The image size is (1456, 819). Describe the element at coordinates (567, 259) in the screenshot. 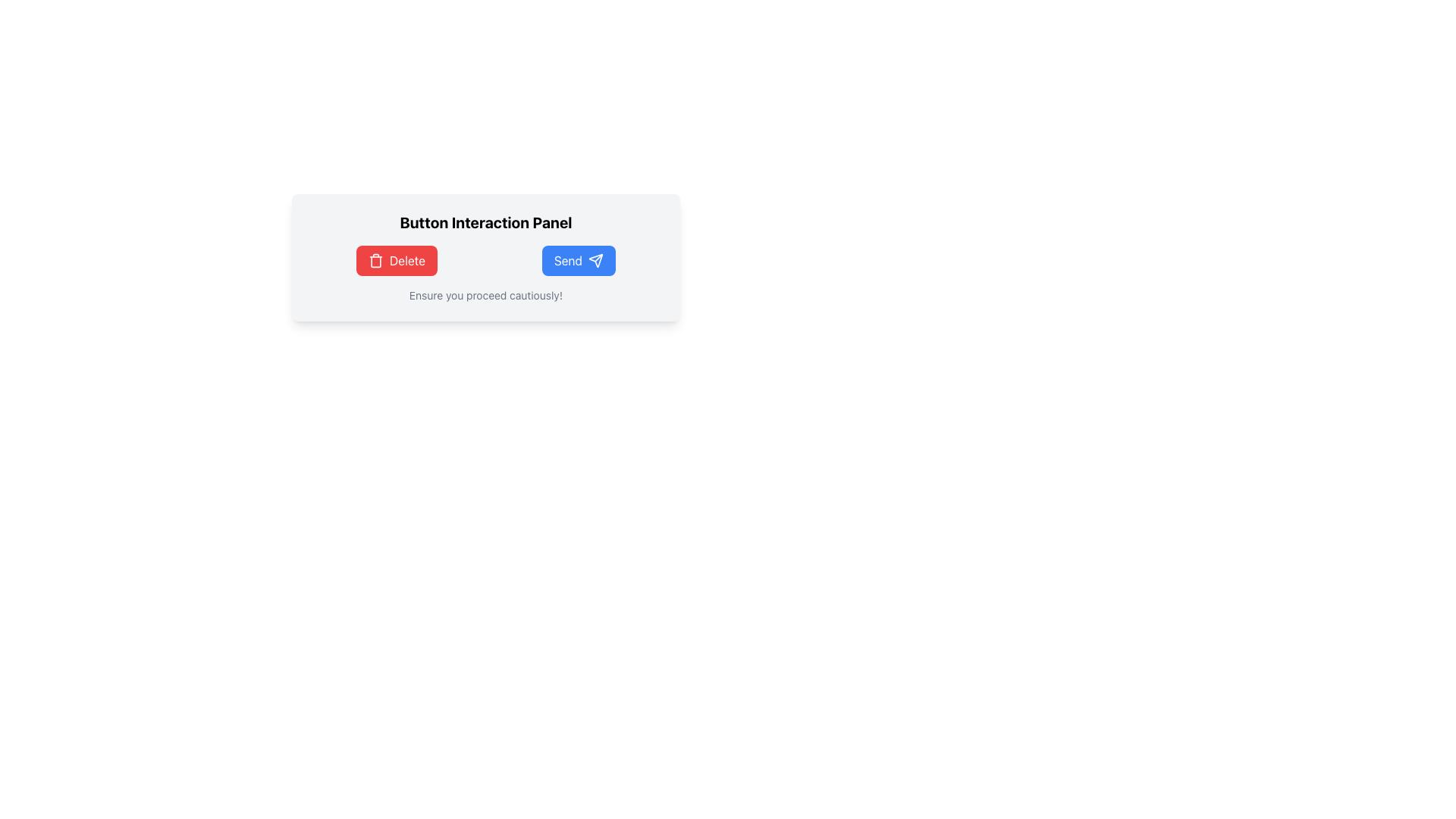

I see `the text 'Send' within the button, which is styled with white text on a blue background, located to the right of the 'Delete' button` at that location.